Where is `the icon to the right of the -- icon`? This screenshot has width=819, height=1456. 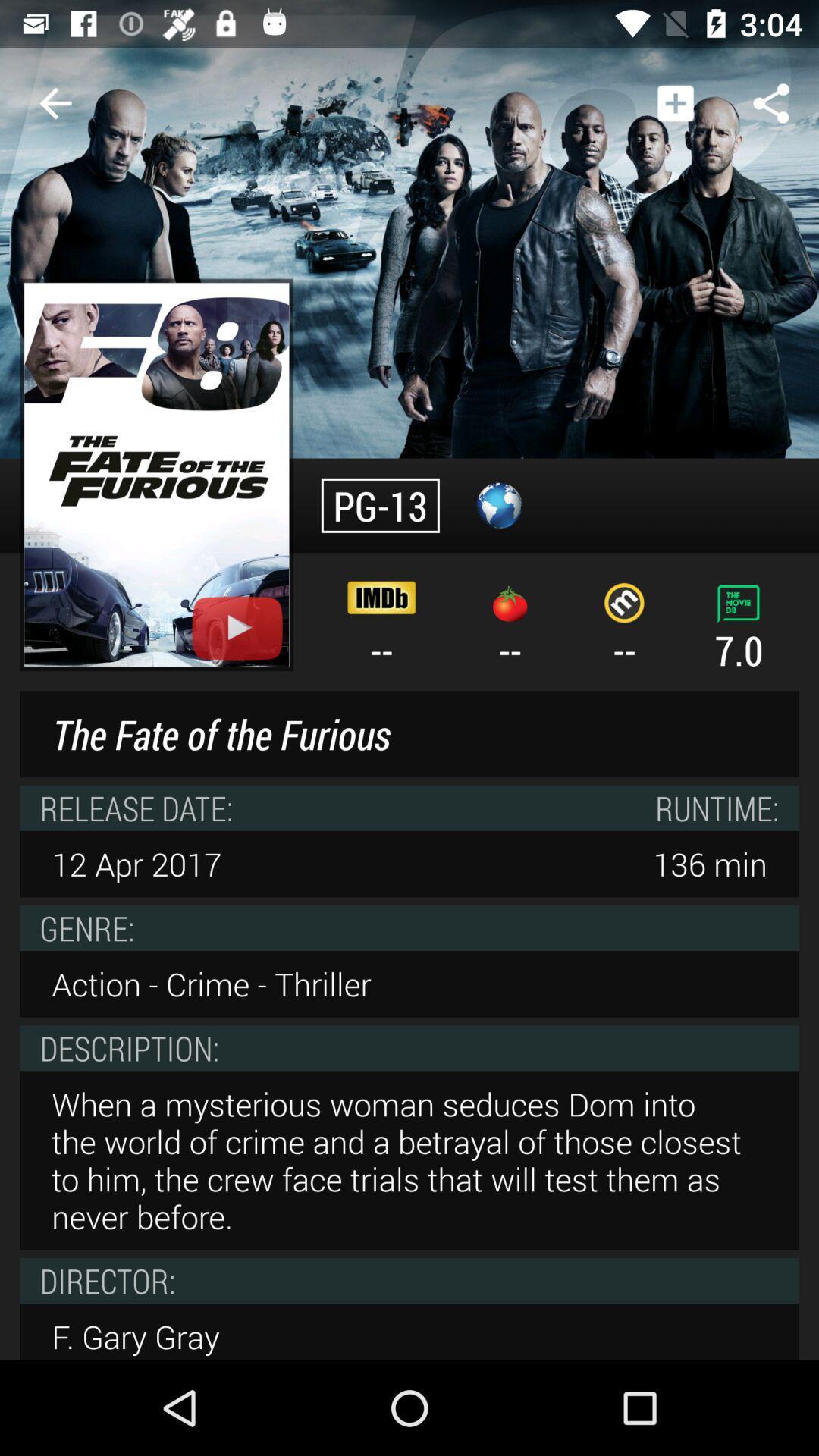
the icon to the right of the -- icon is located at coordinates (510, 631).